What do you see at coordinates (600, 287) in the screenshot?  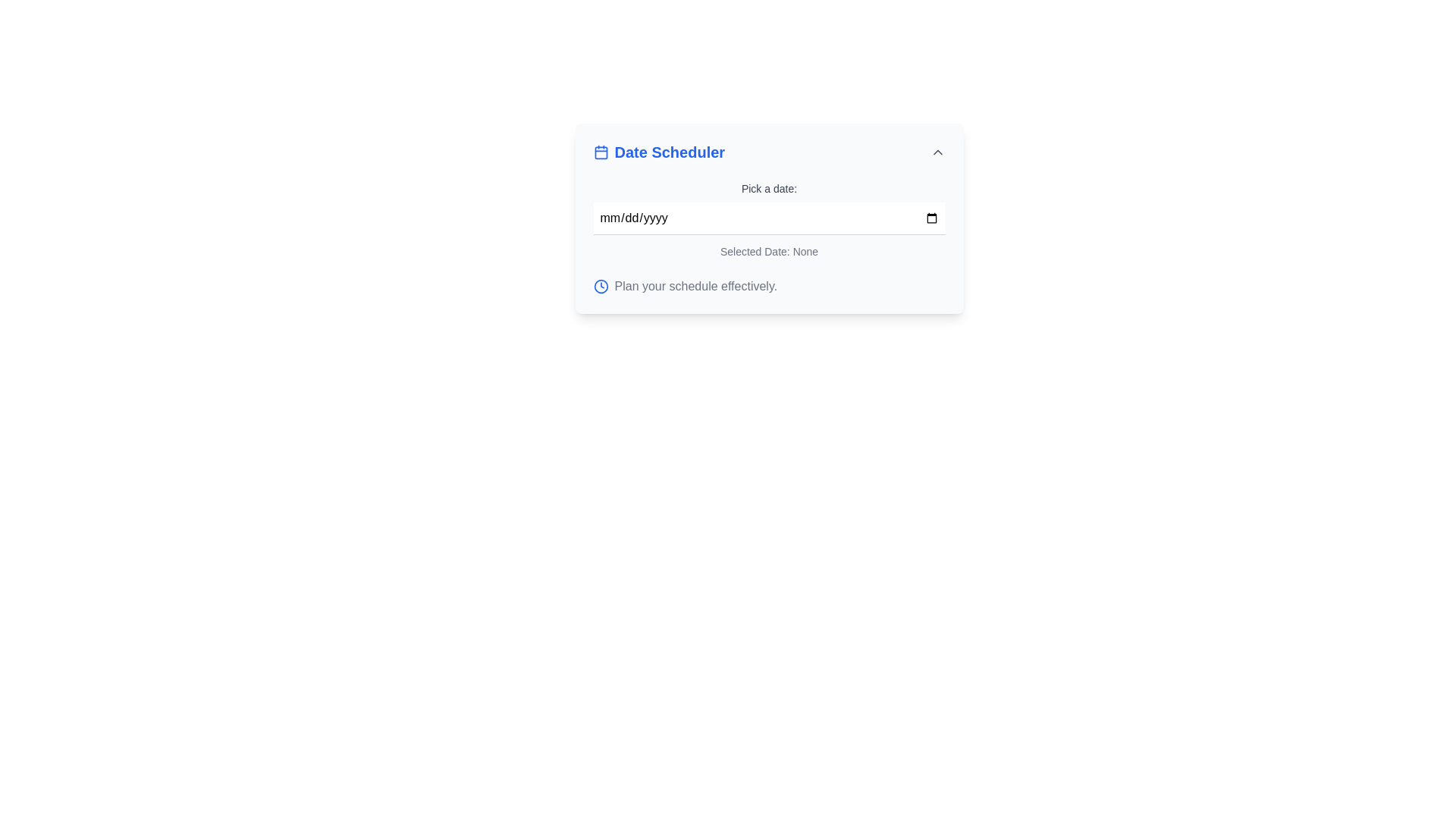 I see `the clock icon located at the bottom left of the 'Date Scheduler' panel, which visually represents time or scheduling` at bounding box center [600, 287].